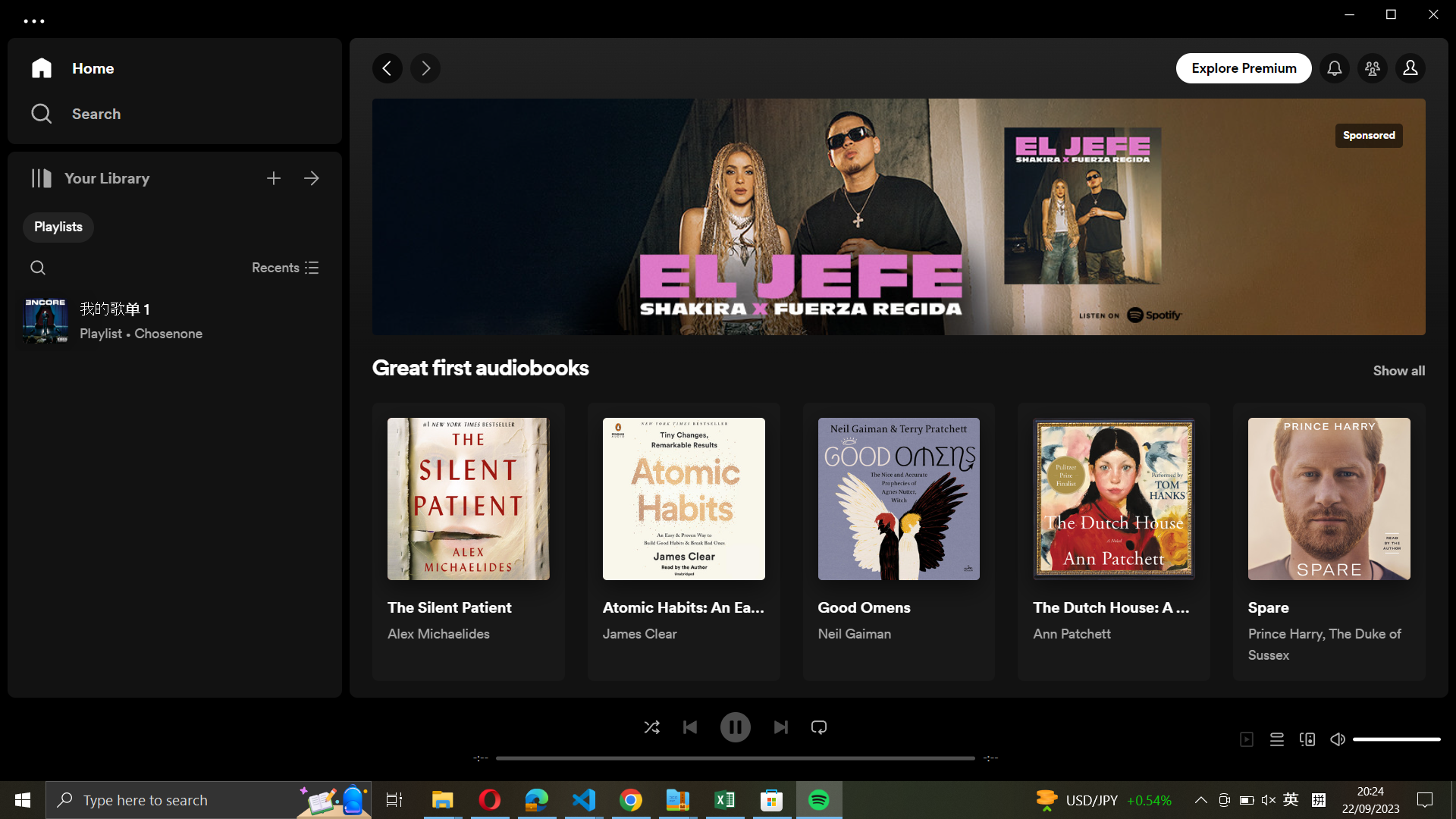 This screenshot has width=1456, height=819. Describe the element at coordinates (312, 175) in the screenshot. I see `my library section` at that location.